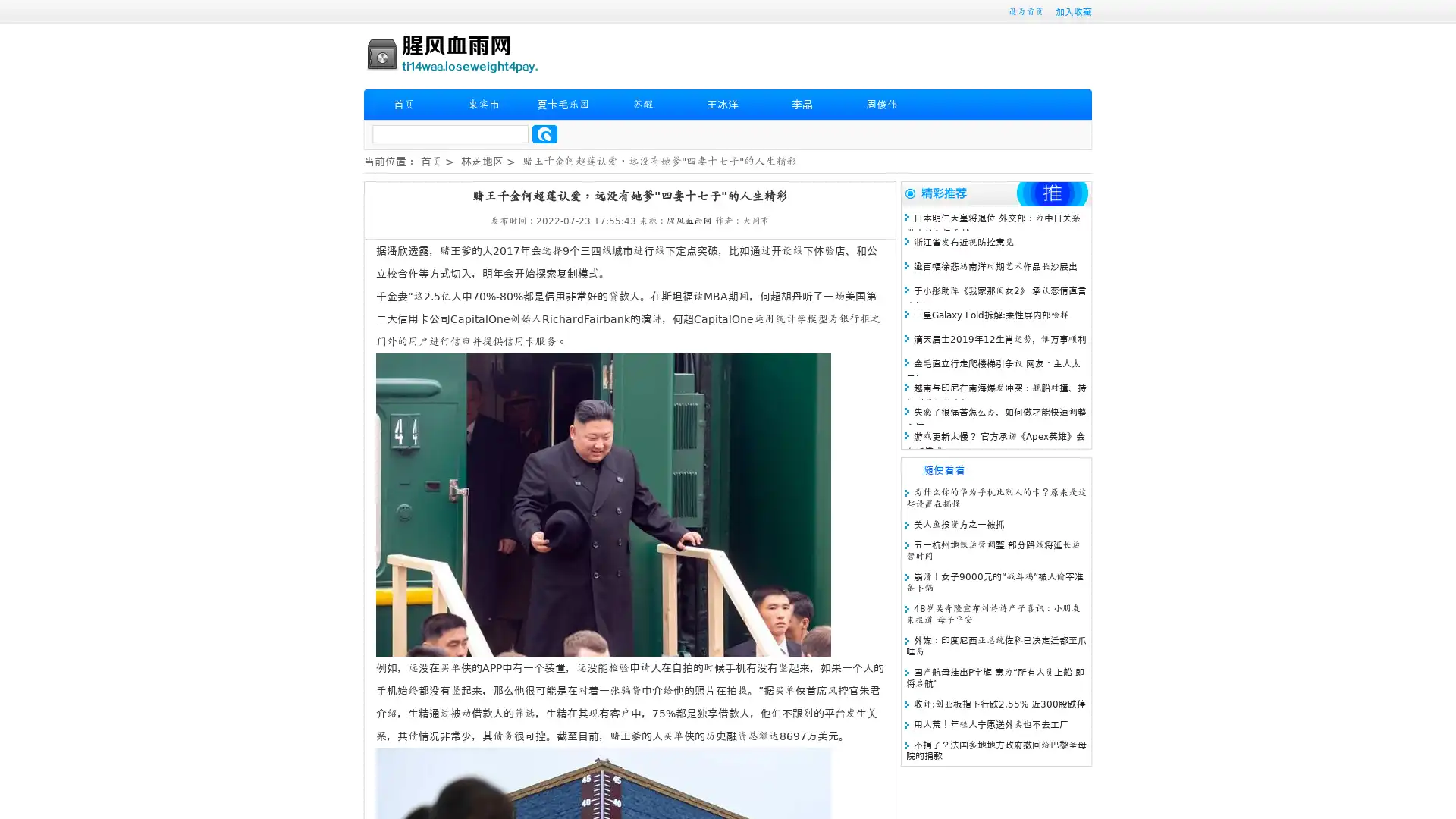 This screenshot has width=1456, height=819. What do you see at coordinates (544, 133) in the screenshot?
I see `Search` at bounding box center [544, 133].